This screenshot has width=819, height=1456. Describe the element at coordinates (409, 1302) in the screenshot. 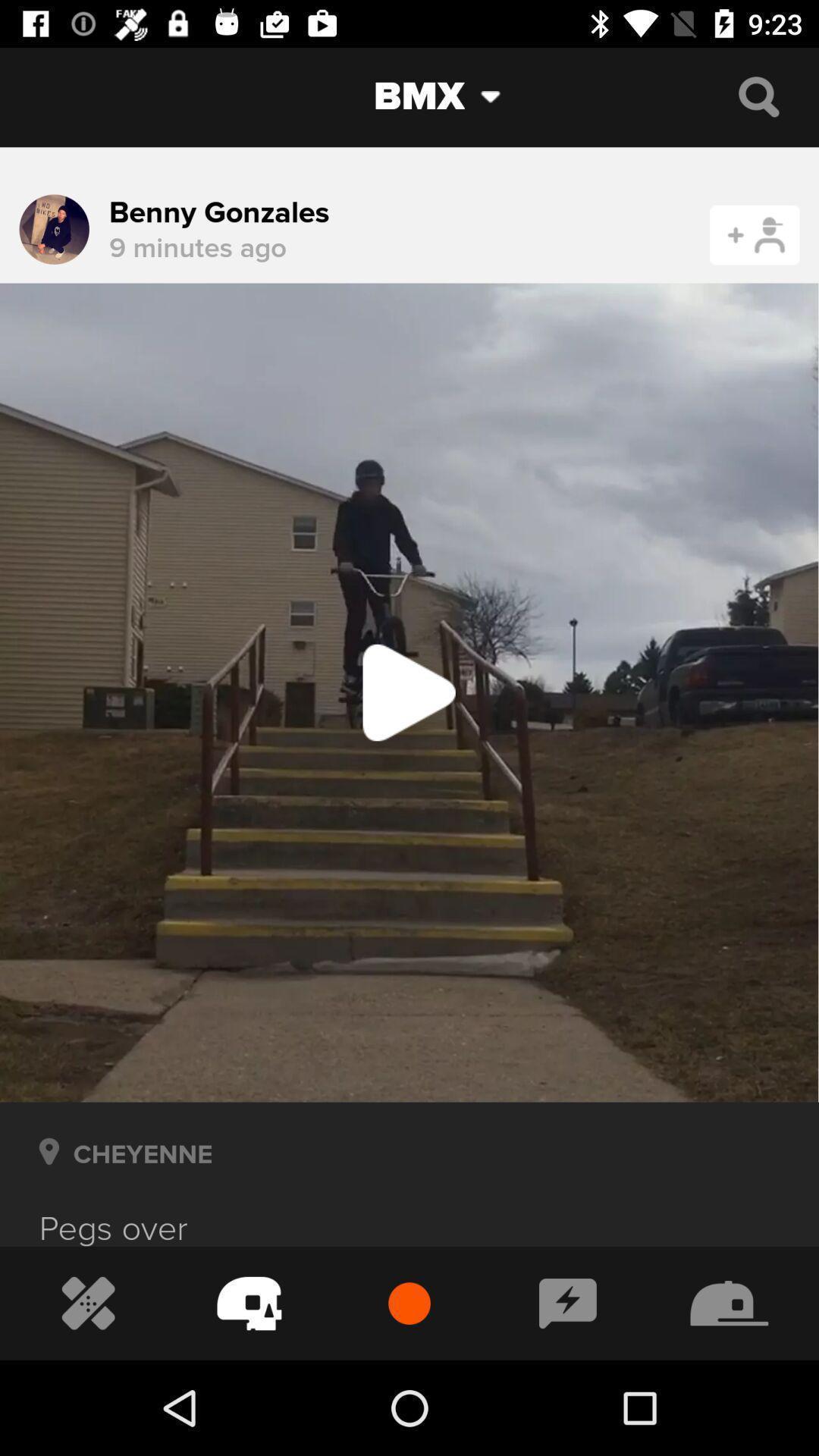

I see `the red button at the bottom of the page` at that location.